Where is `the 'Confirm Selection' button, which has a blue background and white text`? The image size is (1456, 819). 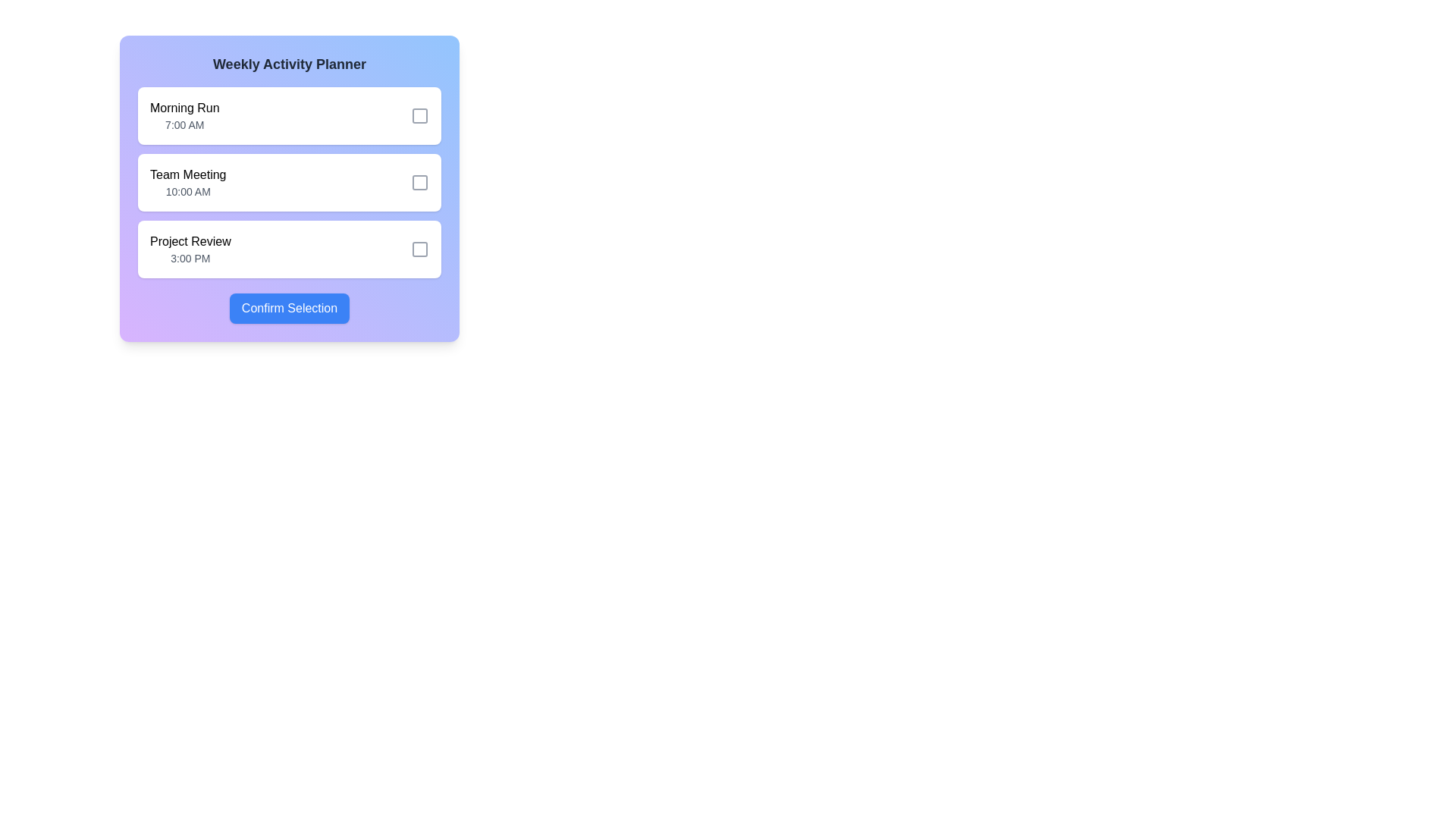 the 'Confirm Selection' button, which has a blue background and white text is located at coordinates (290, 308).